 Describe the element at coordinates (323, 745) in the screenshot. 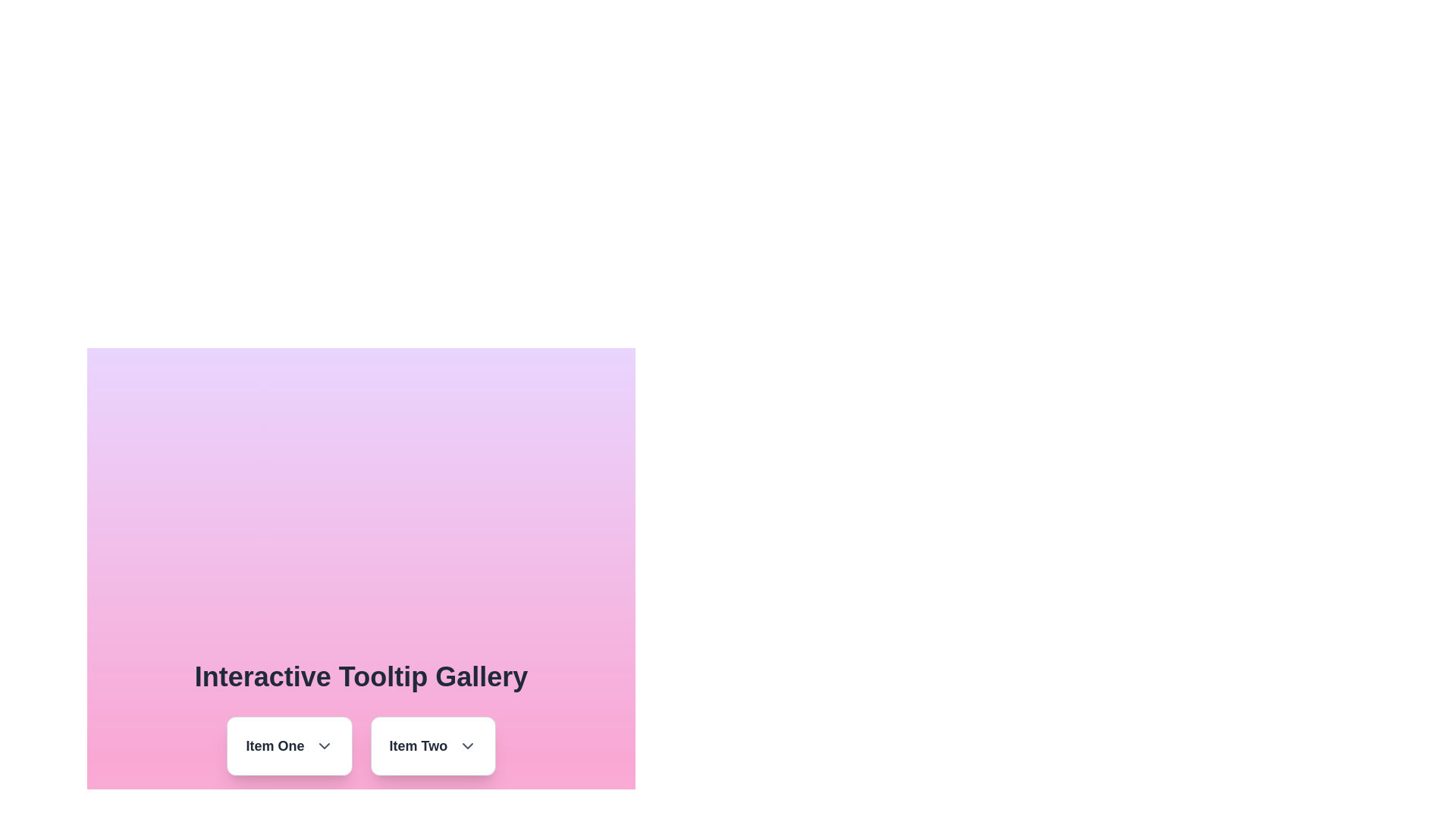

I see `the downward-pointing gray chevron icon located within the 'Item One' button on the left side of the interface` at that location.